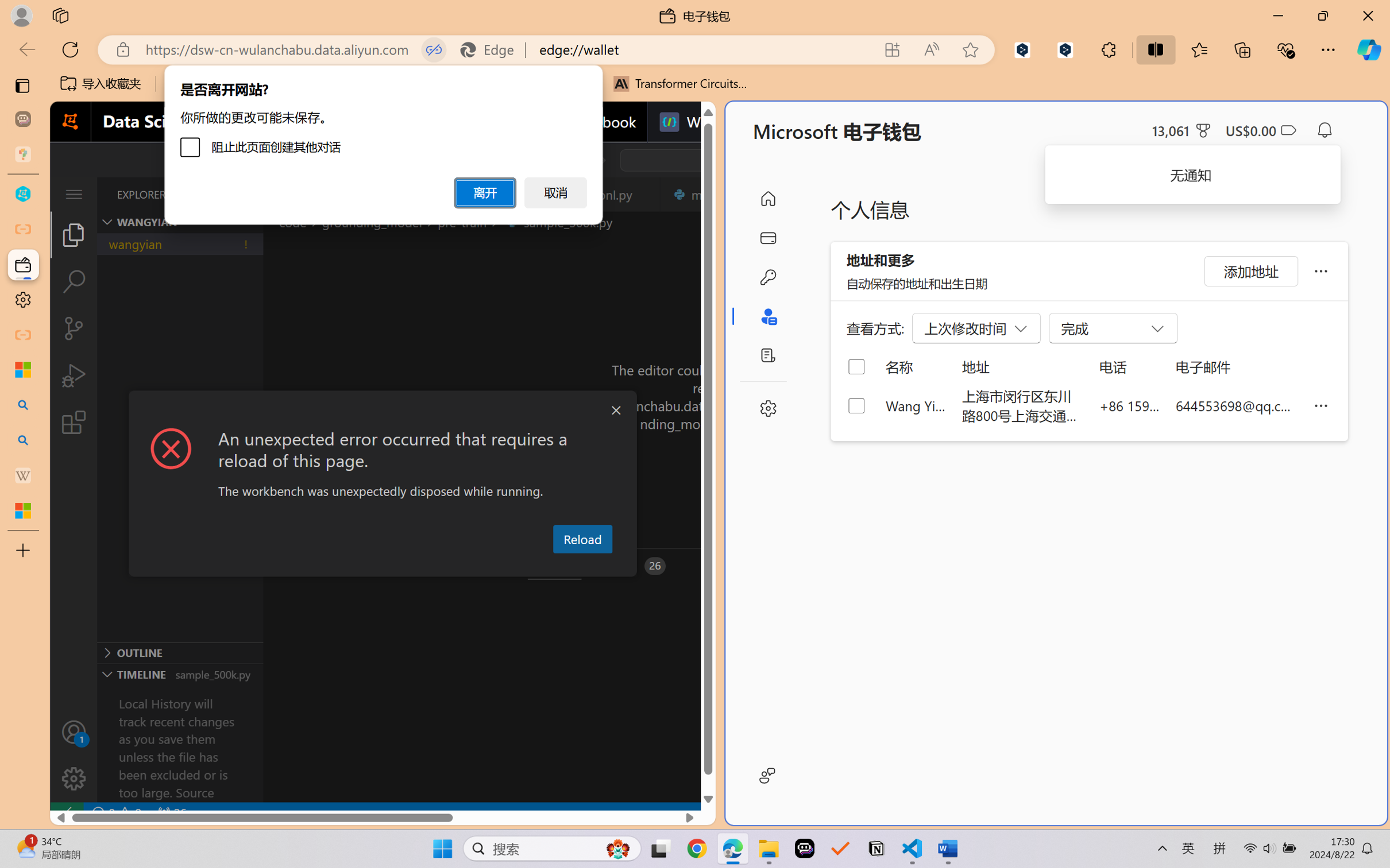 The width and height of the screenshot is (1390, 868). What do you see at coordinates (1236, 405) in the screenshot?
I see `'644553698@qq.com'` at bounding box center [1236, 405].